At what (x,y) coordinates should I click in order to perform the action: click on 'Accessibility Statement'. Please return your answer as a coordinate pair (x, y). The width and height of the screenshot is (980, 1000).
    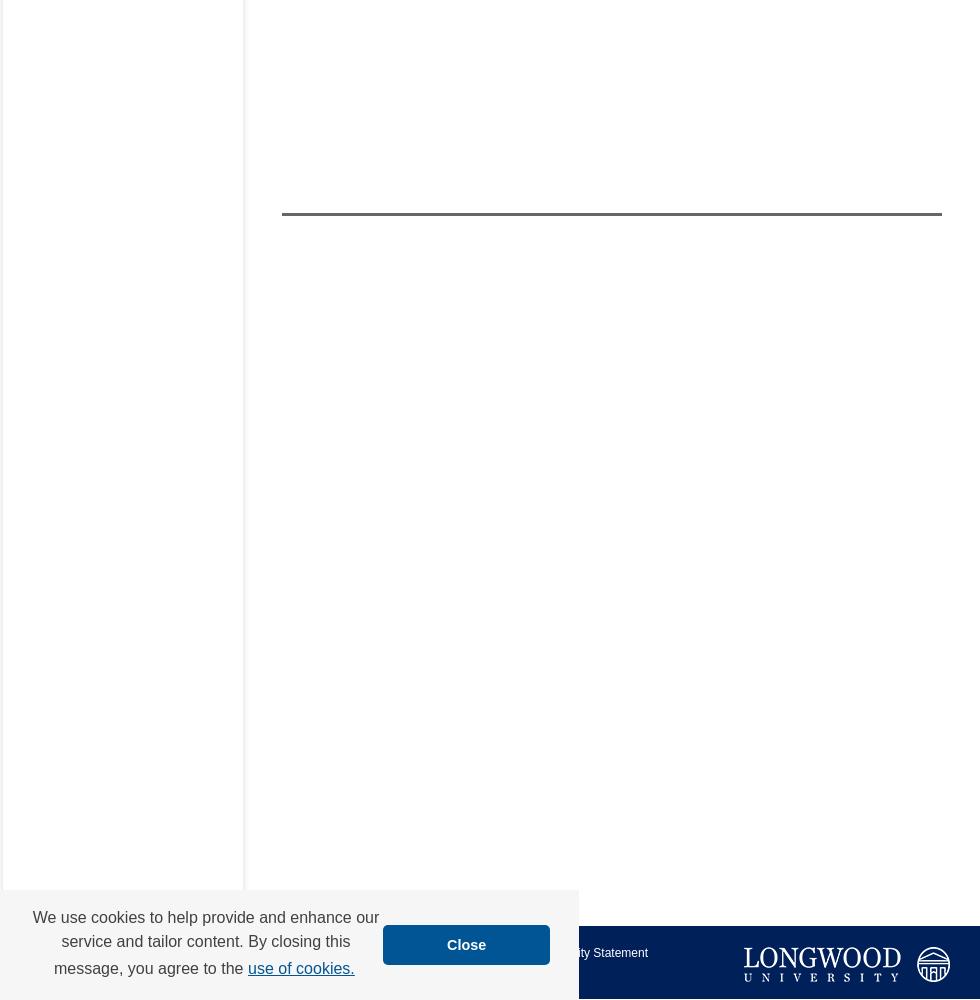
    Looking at the image, I should click on (586, 952).